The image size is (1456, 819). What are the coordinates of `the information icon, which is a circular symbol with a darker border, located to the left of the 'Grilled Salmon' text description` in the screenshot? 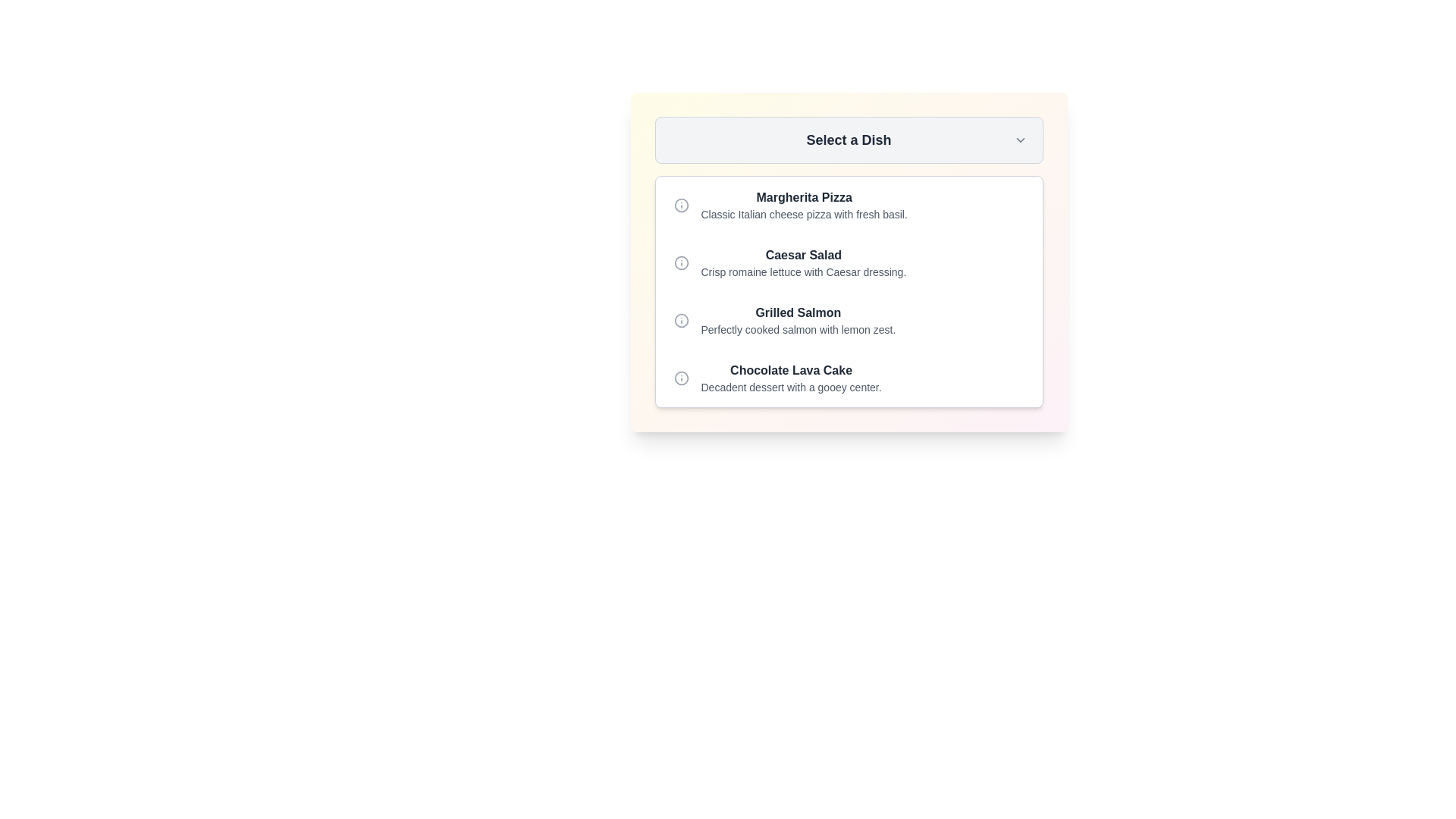 It's located at (680, 320).